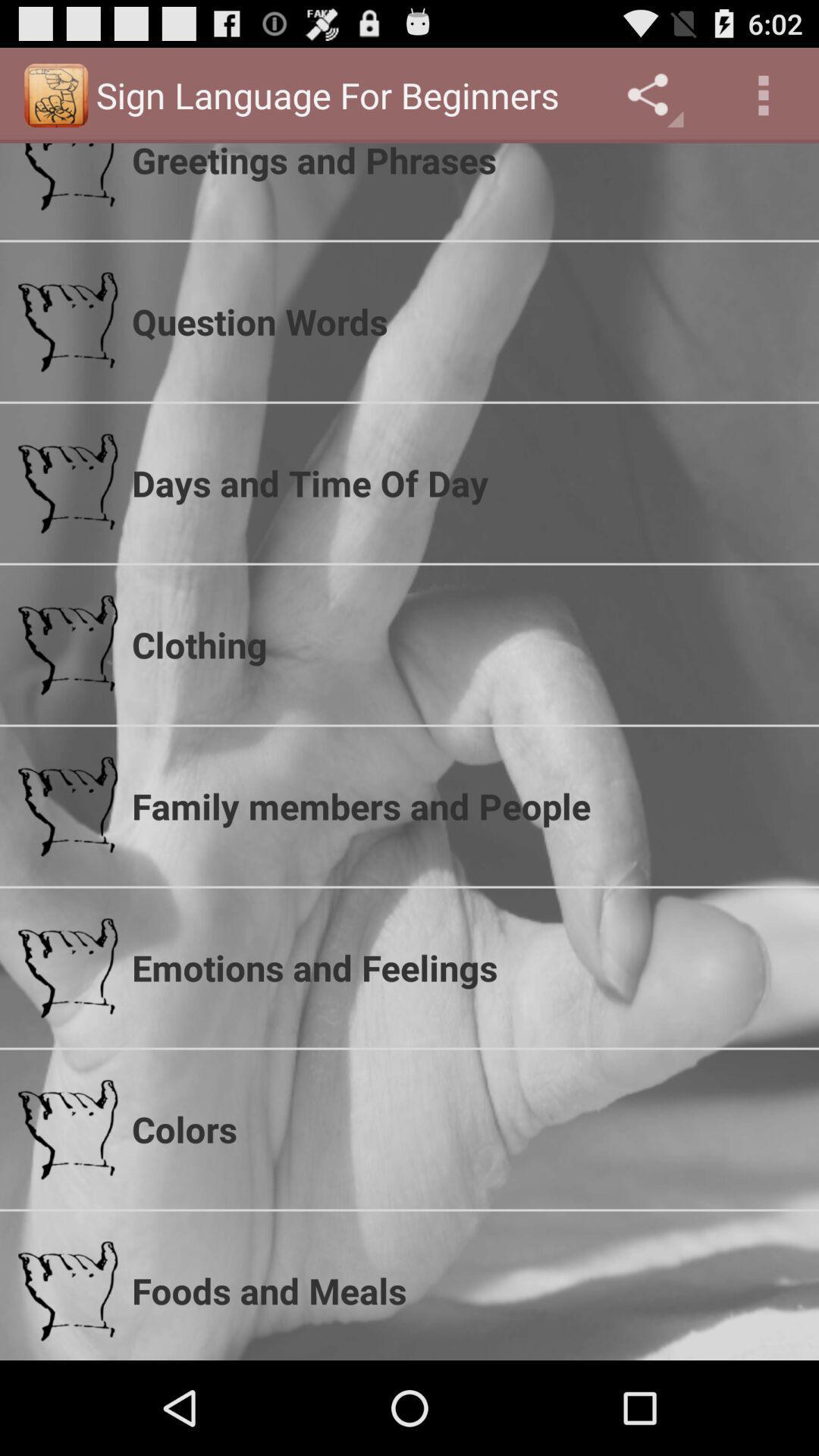  I want to click on greetings and phrases item, so click(465, 164).